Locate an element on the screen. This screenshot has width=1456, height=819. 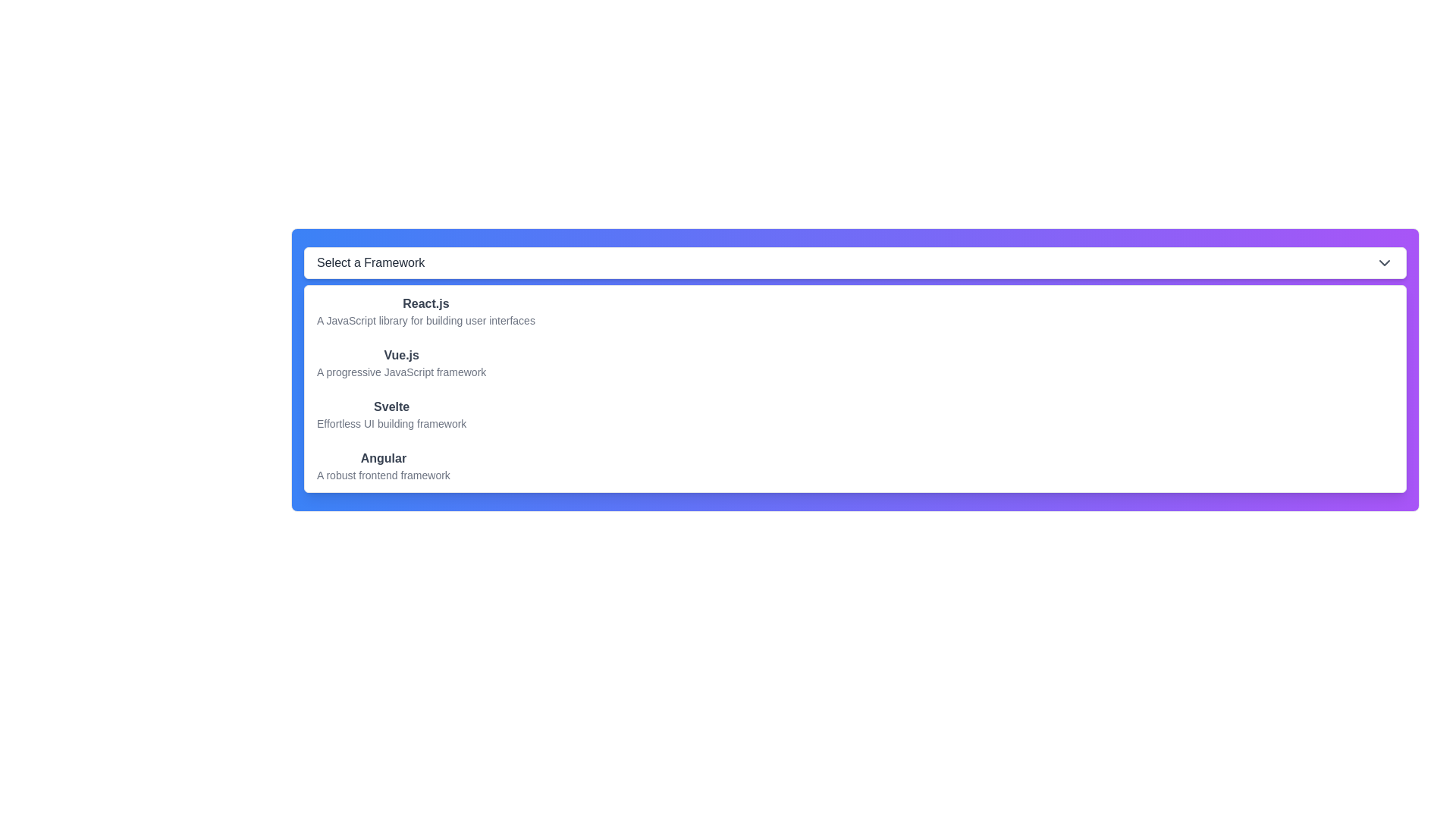
the text label that serves as the title for the selectable framework within the dropdown menu, located in the second option row underneath 'React.js' is located at coordinates (401, 356).